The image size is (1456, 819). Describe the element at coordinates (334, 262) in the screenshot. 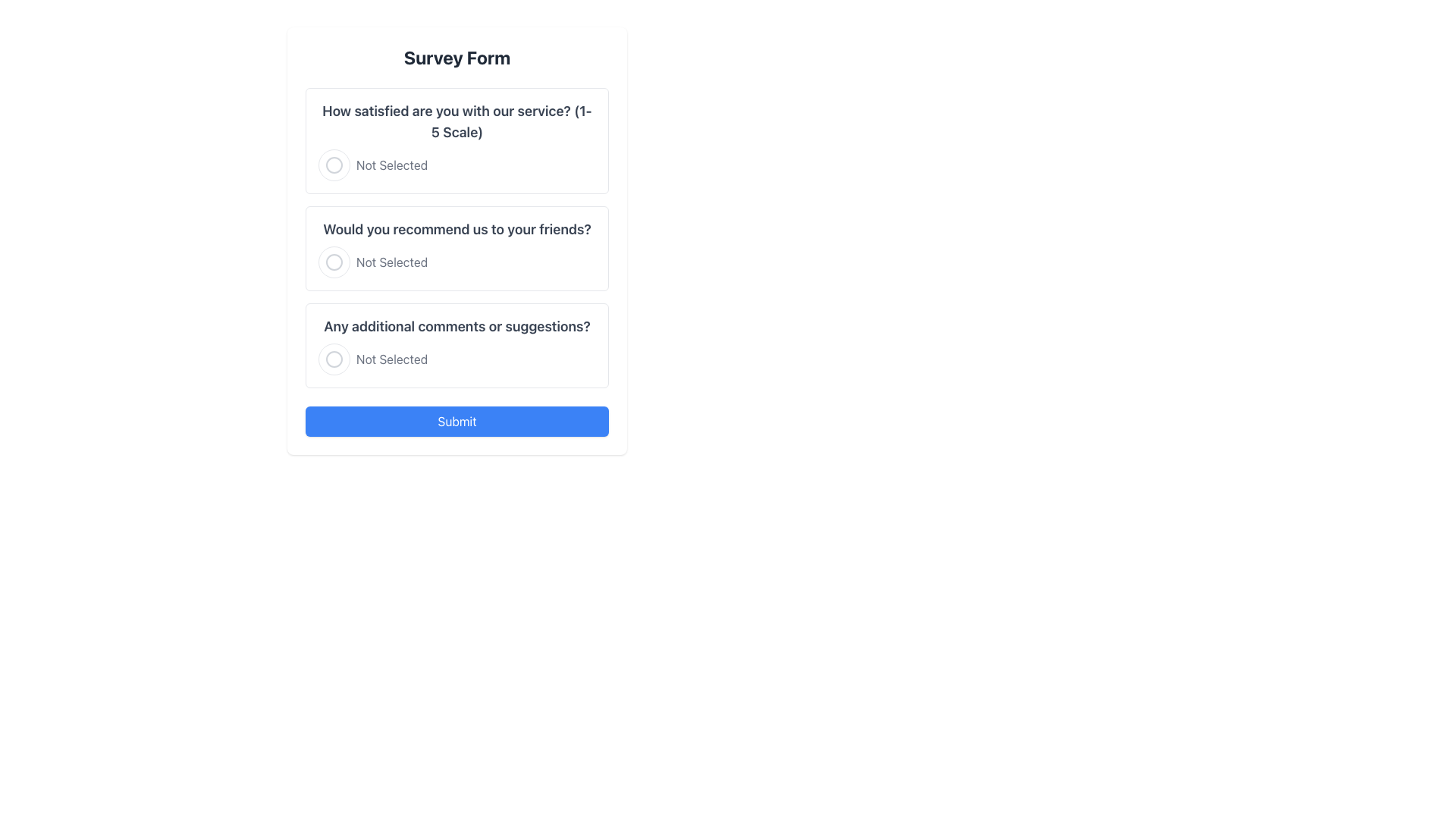

I see `the circular radio button with a gray border next to the label 'Would you recommend us to your friends?'` at that location.